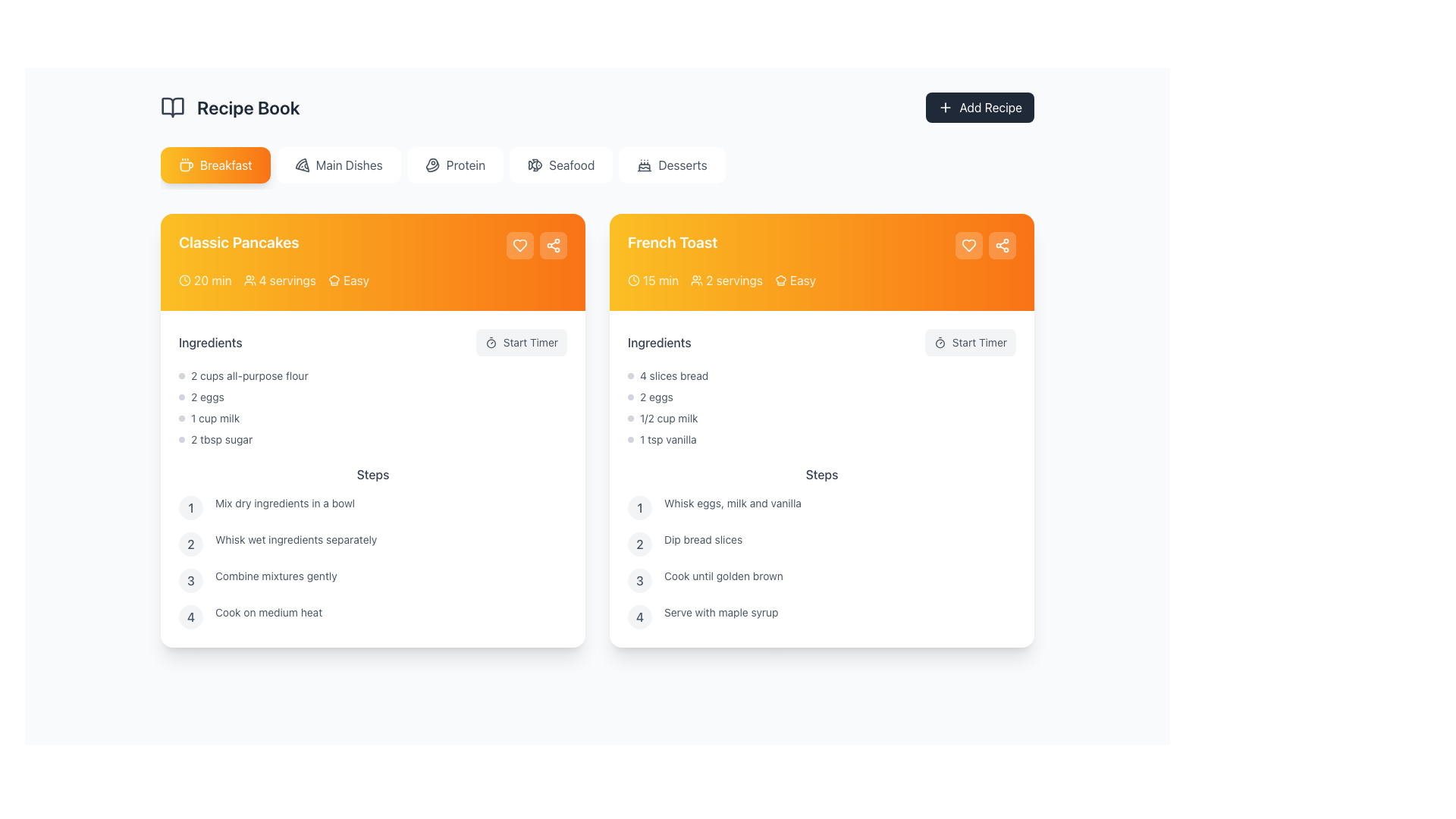 Image resolution: width=1456 pixels, height=819 pixels. What do you see at coordinates (821, 617) in the screenshot?
I see `the fourth step marker in the list for preparing French Toast, which details 'Serve with maple syrup'` at bounding box center [821, 617].